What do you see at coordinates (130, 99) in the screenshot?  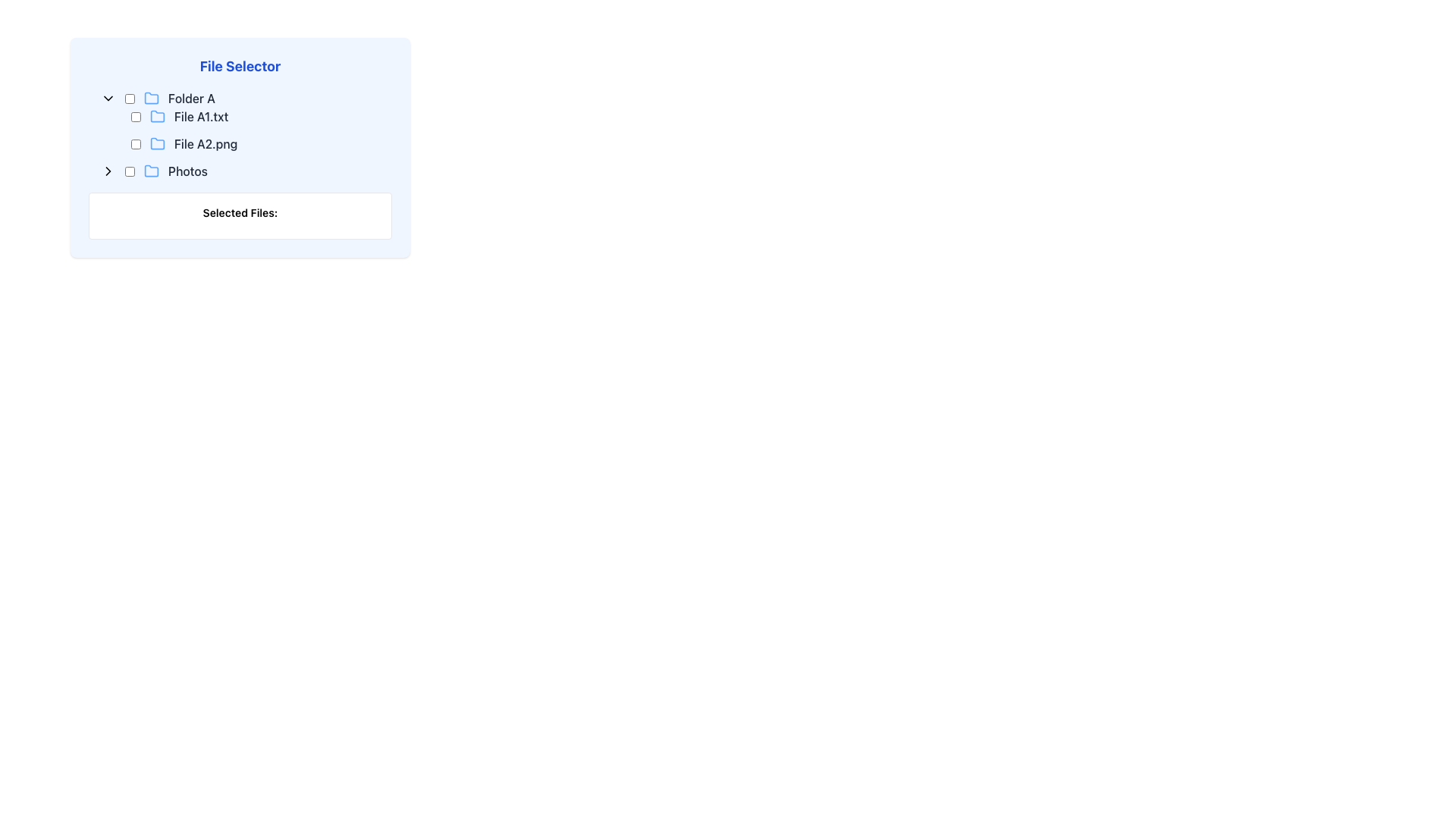 I see `the checkbox located to the left of the text 'Folder A' in the 'File Selector' section to potentially display a tooltip or highlight` at bounding box center [130, 99].